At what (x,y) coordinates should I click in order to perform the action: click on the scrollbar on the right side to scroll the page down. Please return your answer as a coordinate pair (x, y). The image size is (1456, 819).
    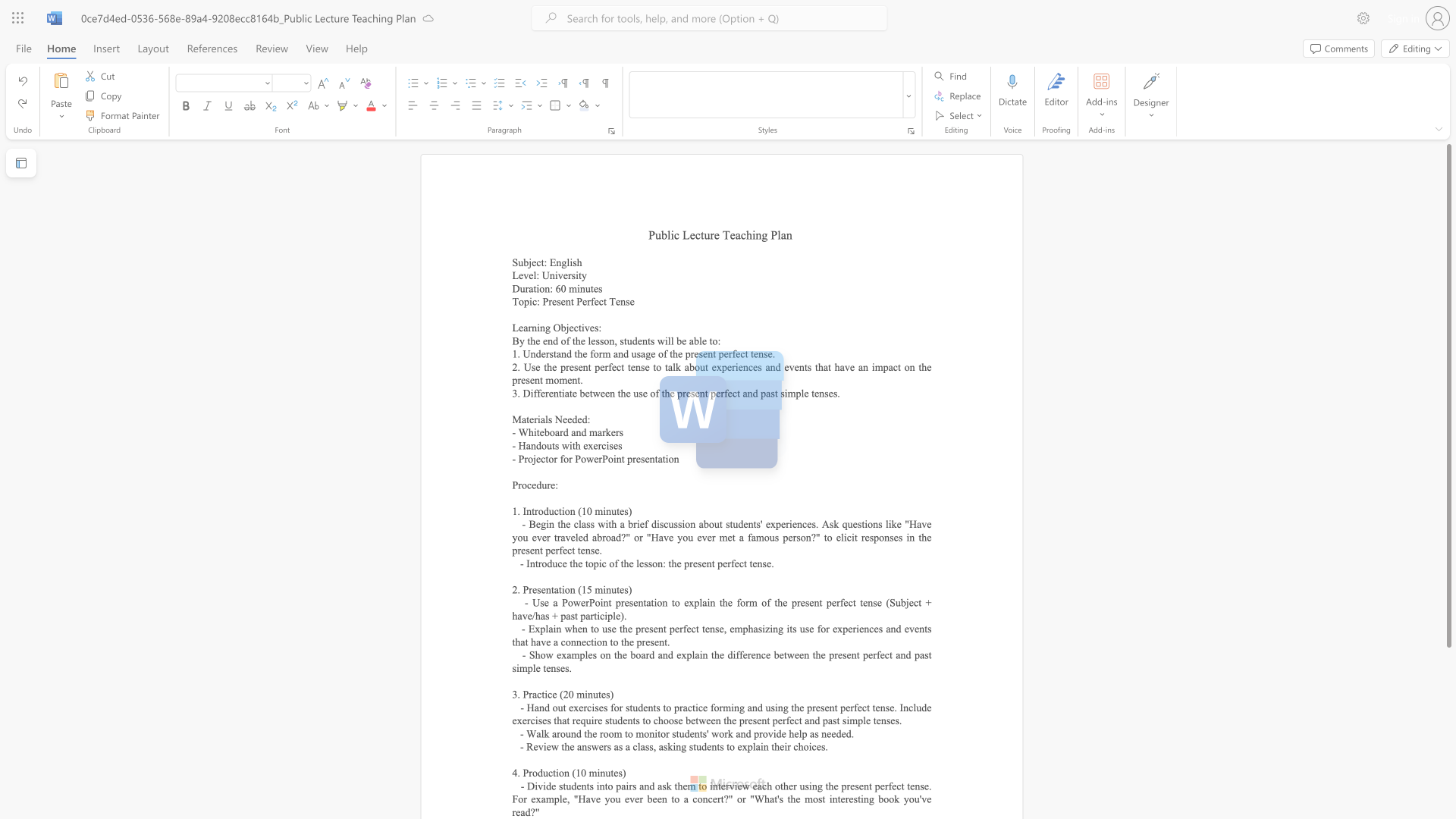
    Looking at the image, I should click on (1448, 795).